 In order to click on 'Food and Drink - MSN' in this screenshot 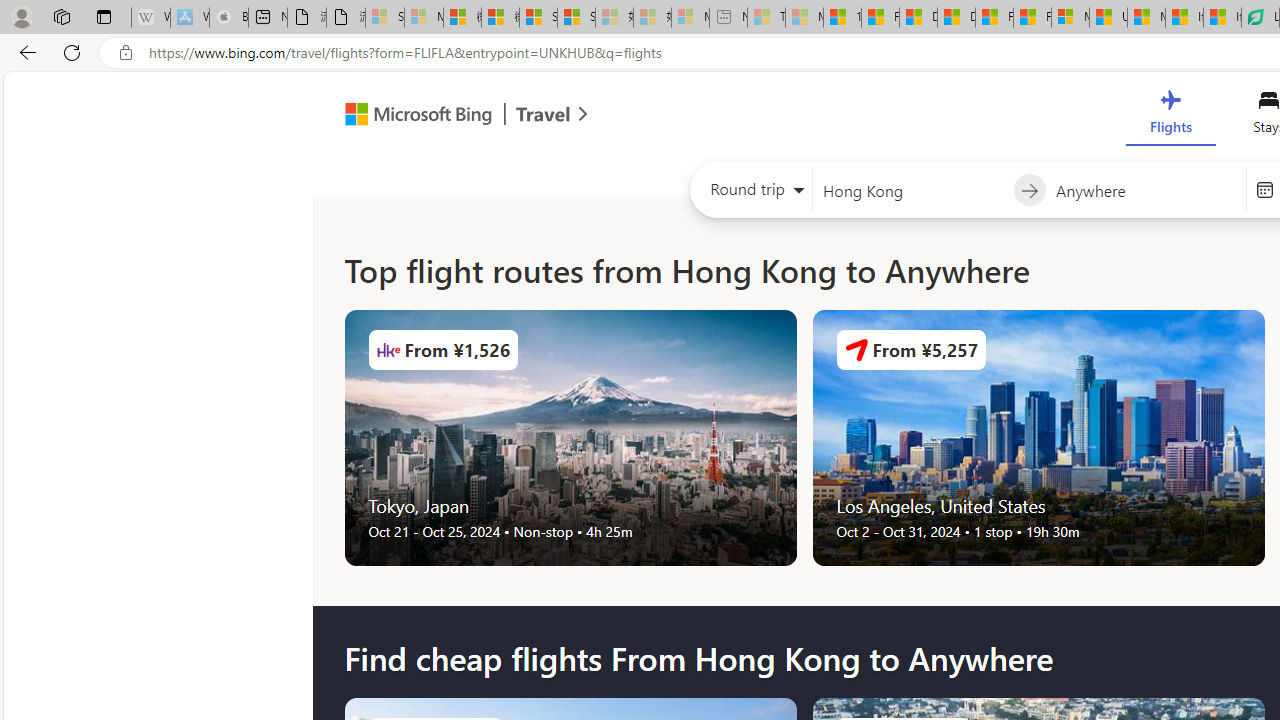, I will do `click(880, 17)`.